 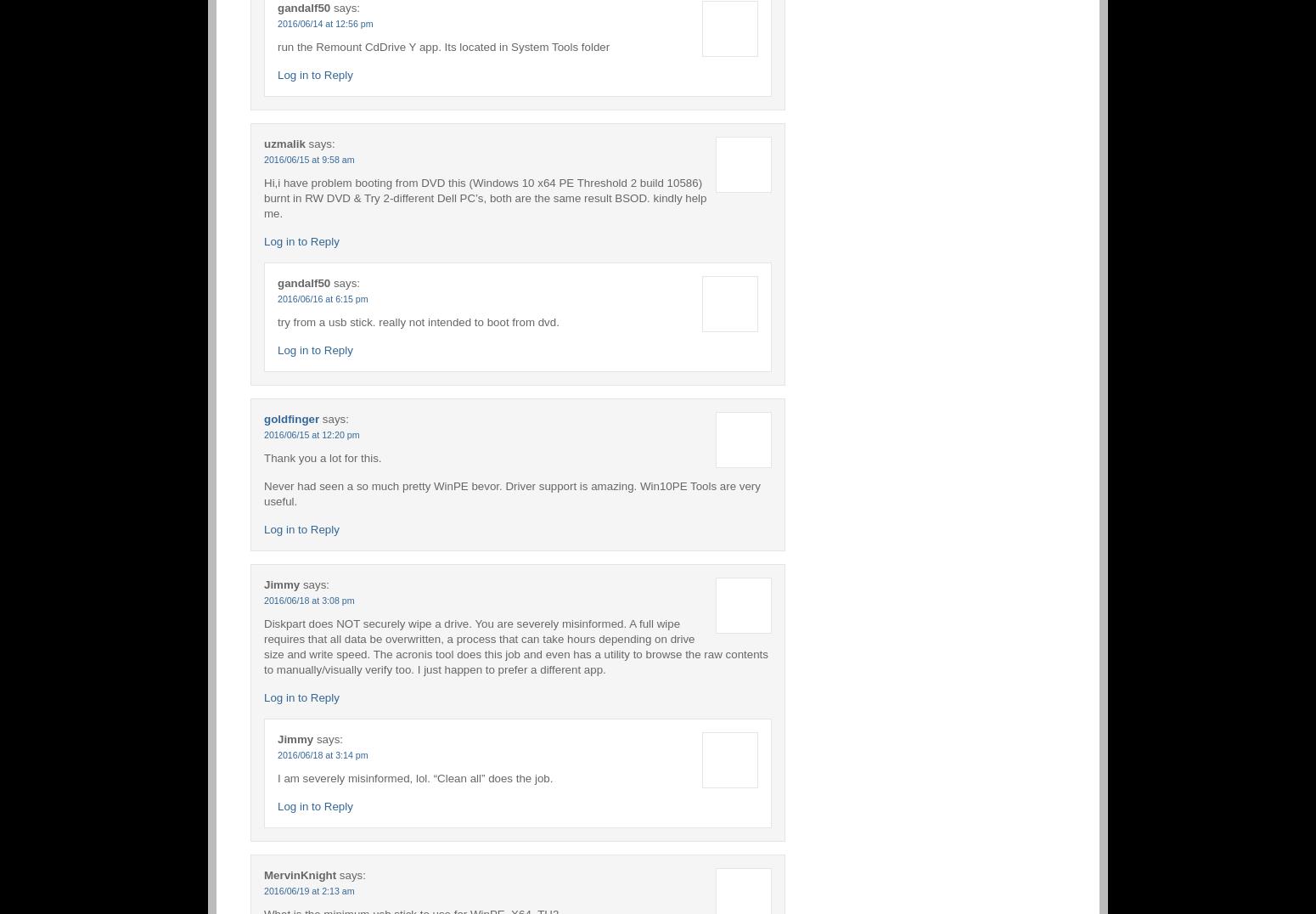 I want to click on '2016/06/14 at 12:56 pm', so click(x=324, y=22).